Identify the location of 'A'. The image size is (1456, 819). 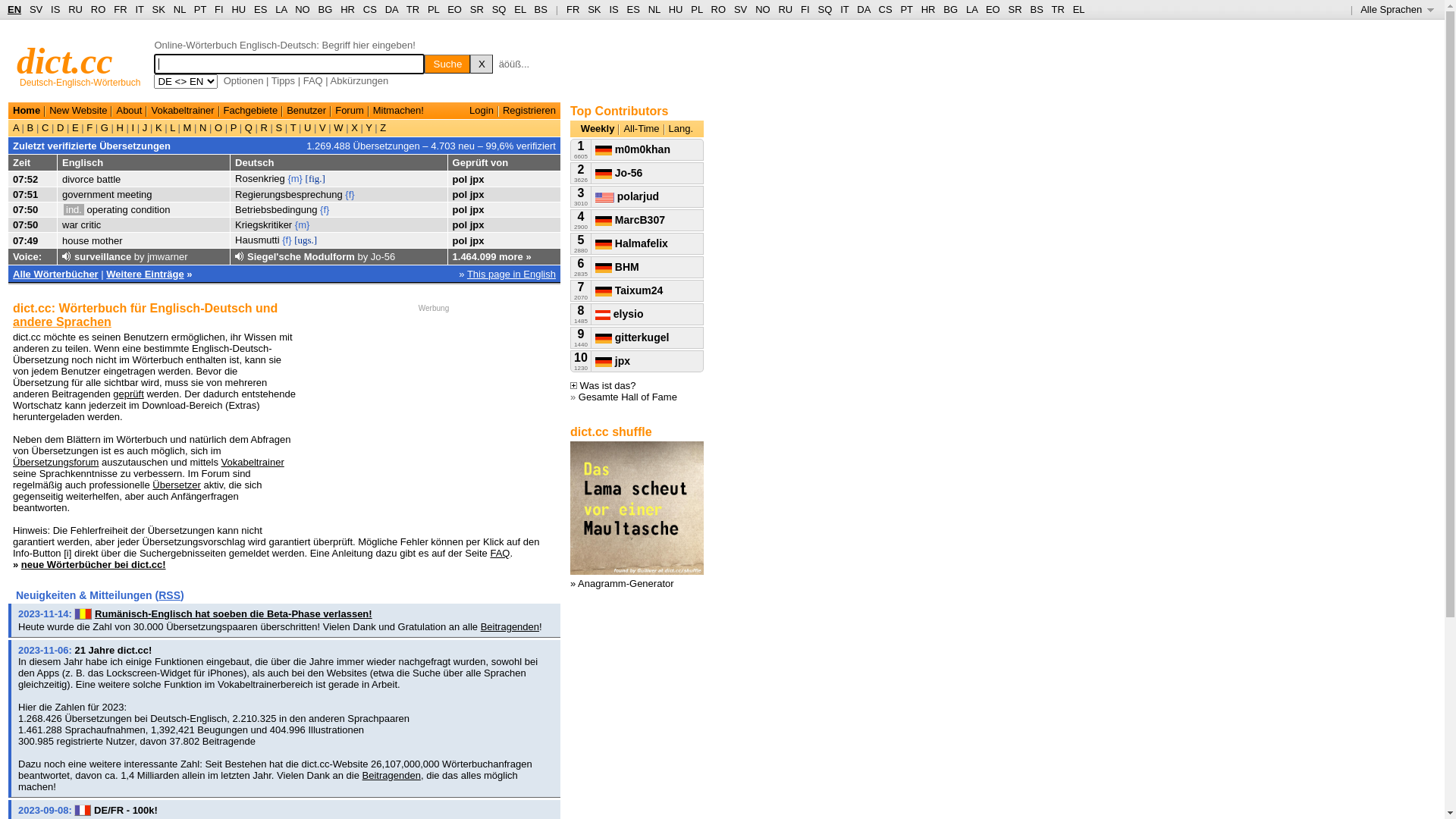
(17, 127).